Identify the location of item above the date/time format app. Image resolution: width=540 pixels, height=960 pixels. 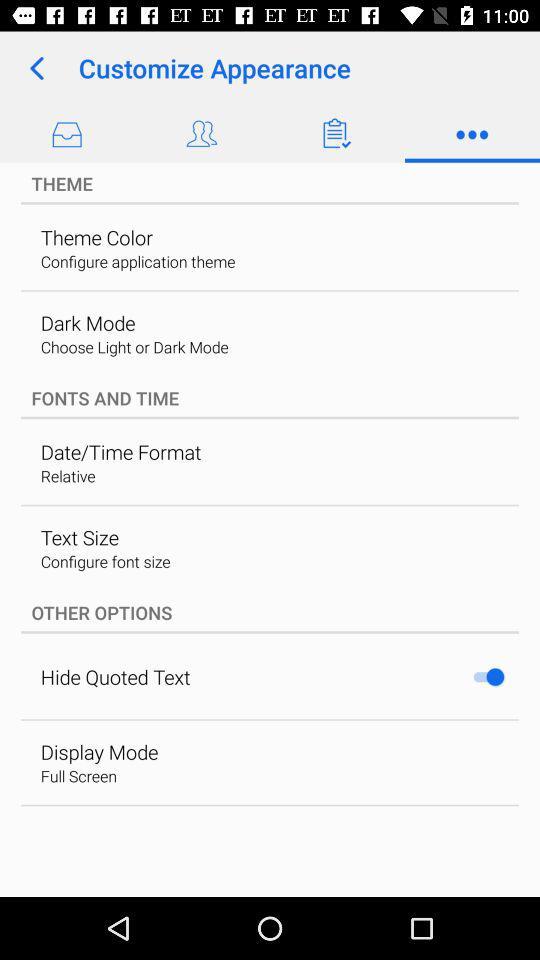
(270, 397).